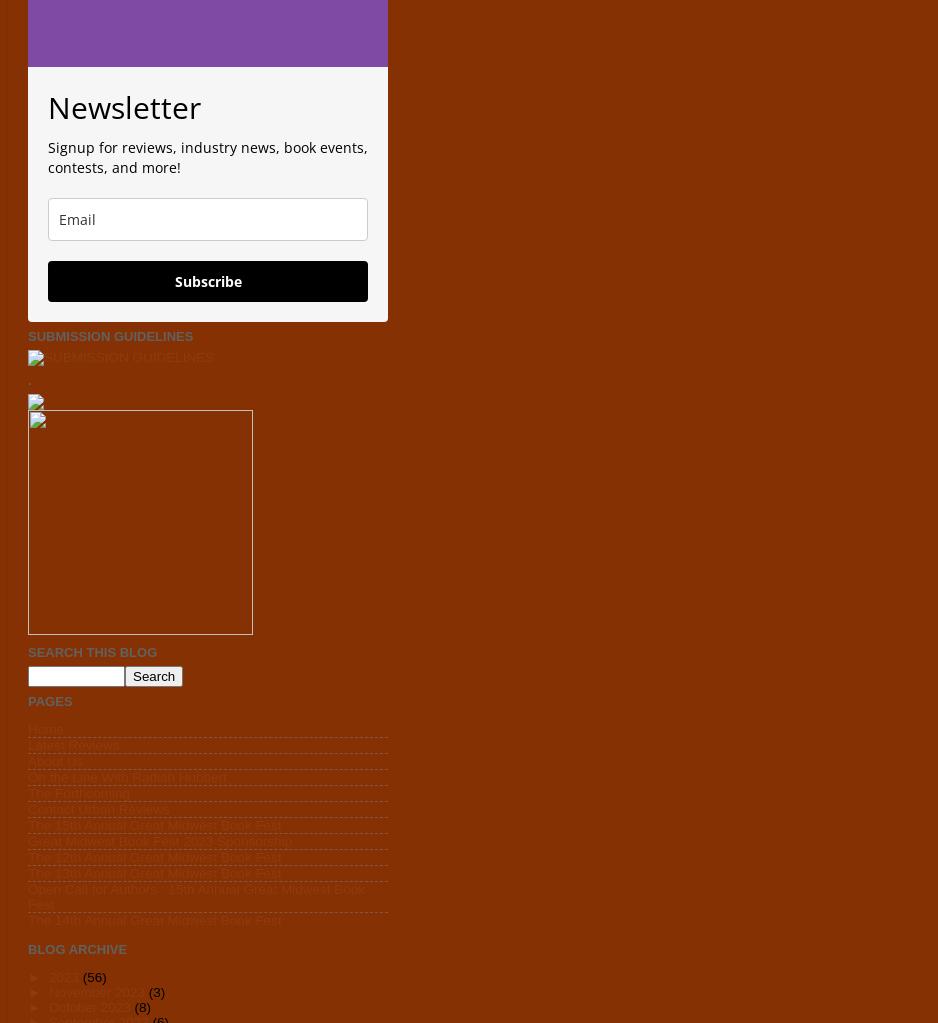  I want to click on '(56)', so click(93, 977).